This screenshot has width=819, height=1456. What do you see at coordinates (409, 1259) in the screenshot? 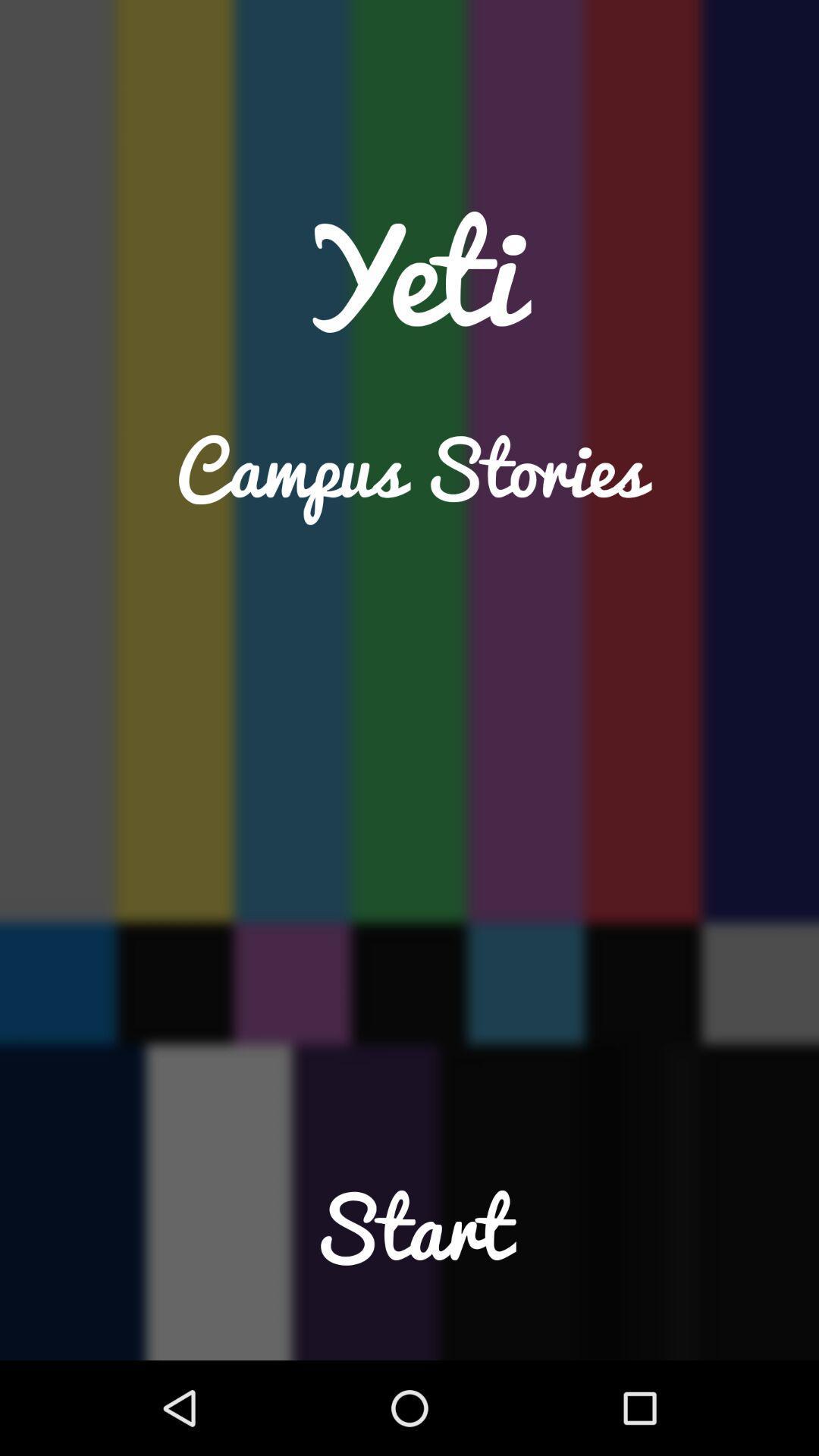
I see `the start icon` at bounding box center [409, 1259].